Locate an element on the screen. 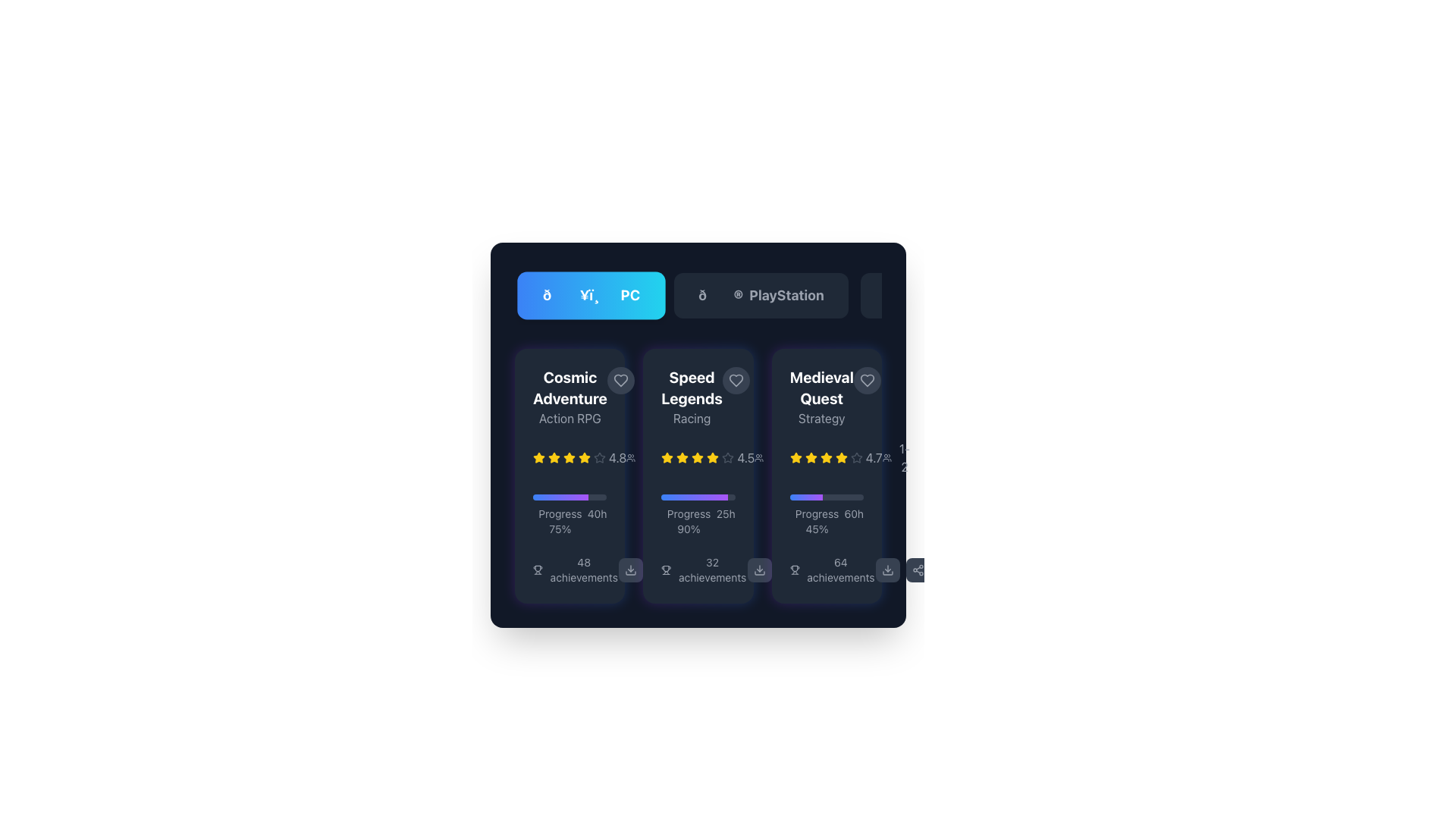 The height and width of the screenshot is (819, 1456). the static text element displaying the numerical rating '4.5', which is styled in light-gray and positioned to the right of a row of star icons in the 'Speed Legends' card is located at coordinates (745, 457).